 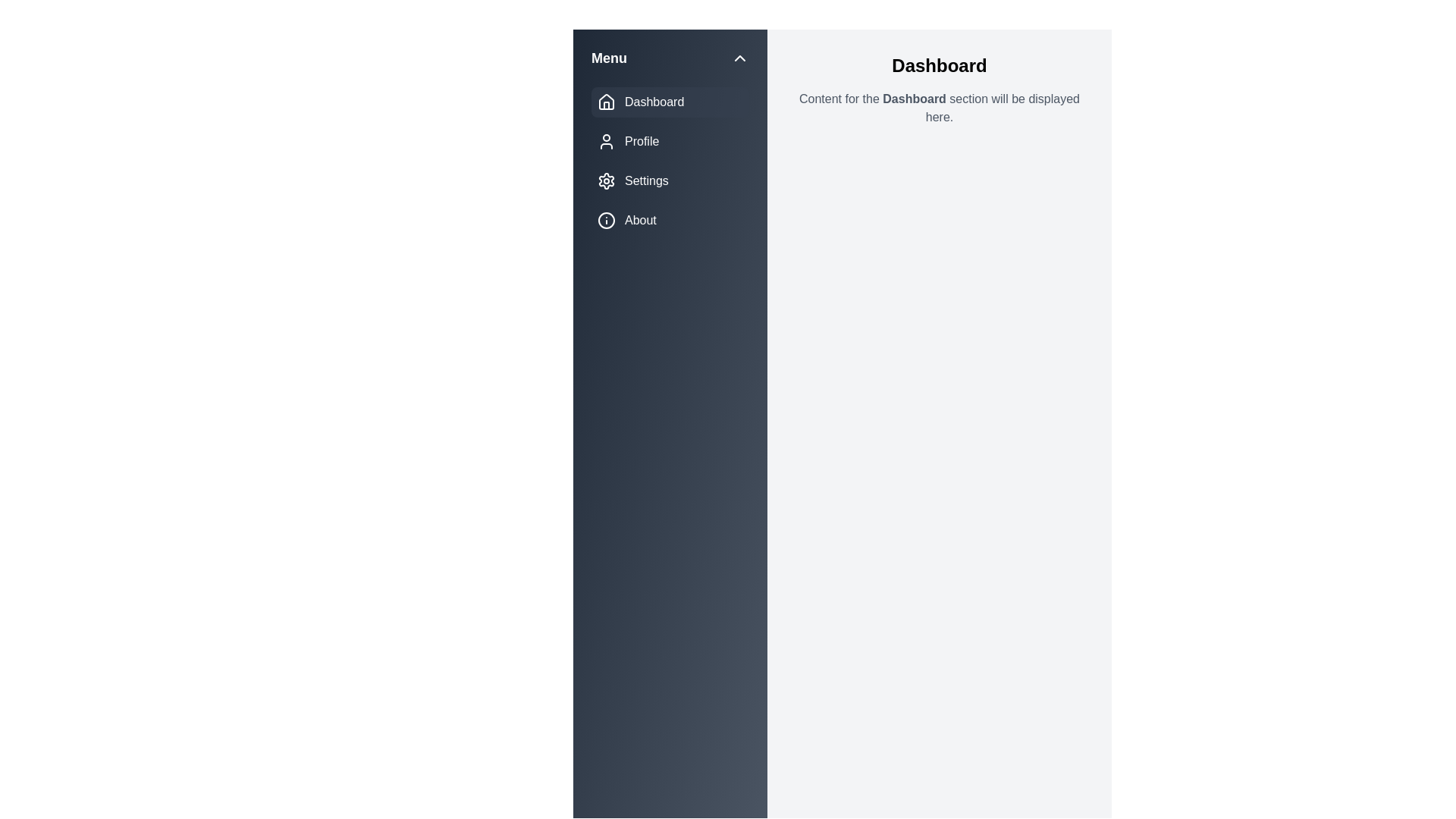 I want to click on the 'Settings' label in the vertical navigation menu, so click(x=646, y=180).